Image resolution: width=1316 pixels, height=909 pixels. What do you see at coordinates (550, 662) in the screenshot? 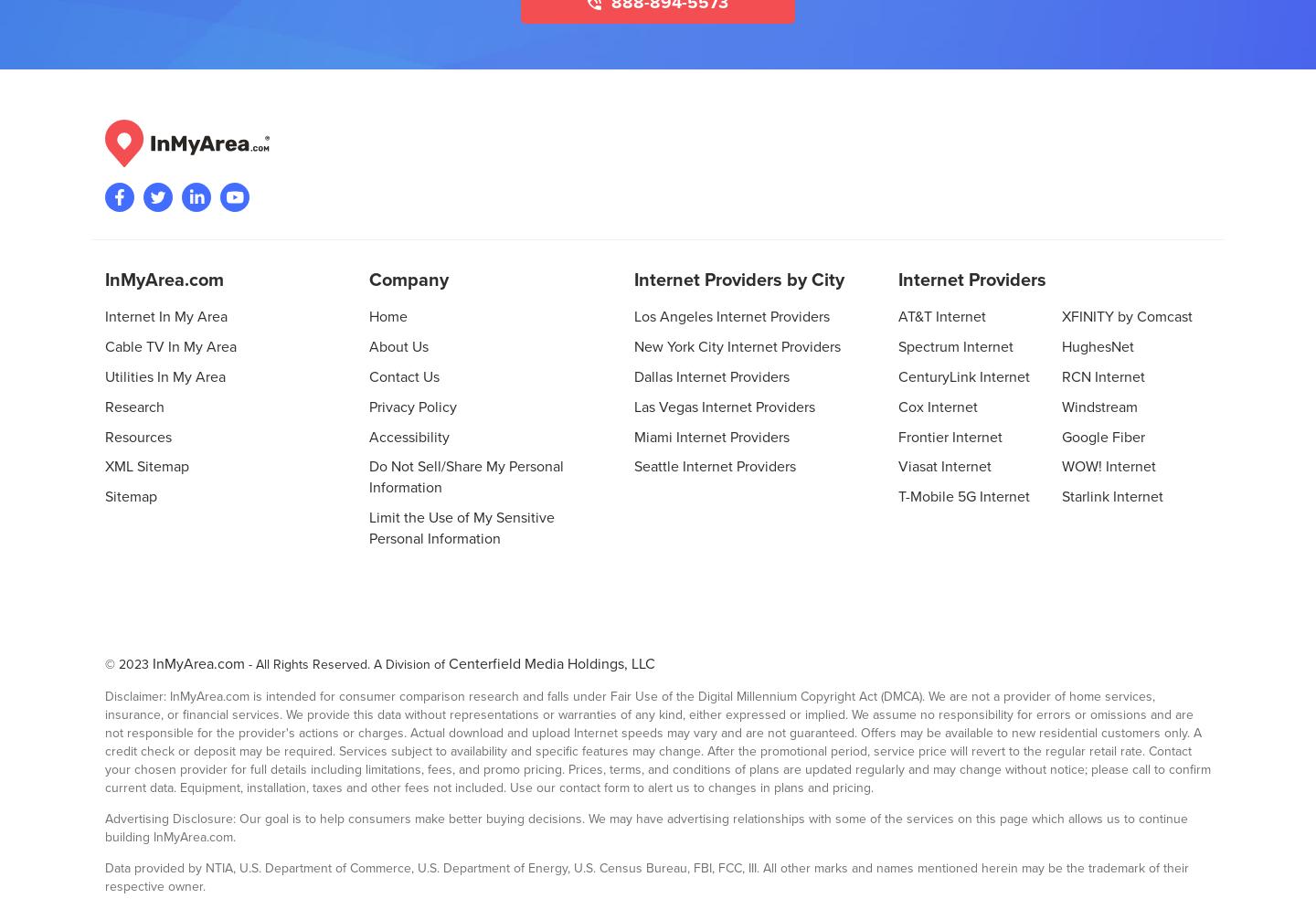
I see `'Centerfield
Media Holdings, LLC'` at bounding box center [550, 662].